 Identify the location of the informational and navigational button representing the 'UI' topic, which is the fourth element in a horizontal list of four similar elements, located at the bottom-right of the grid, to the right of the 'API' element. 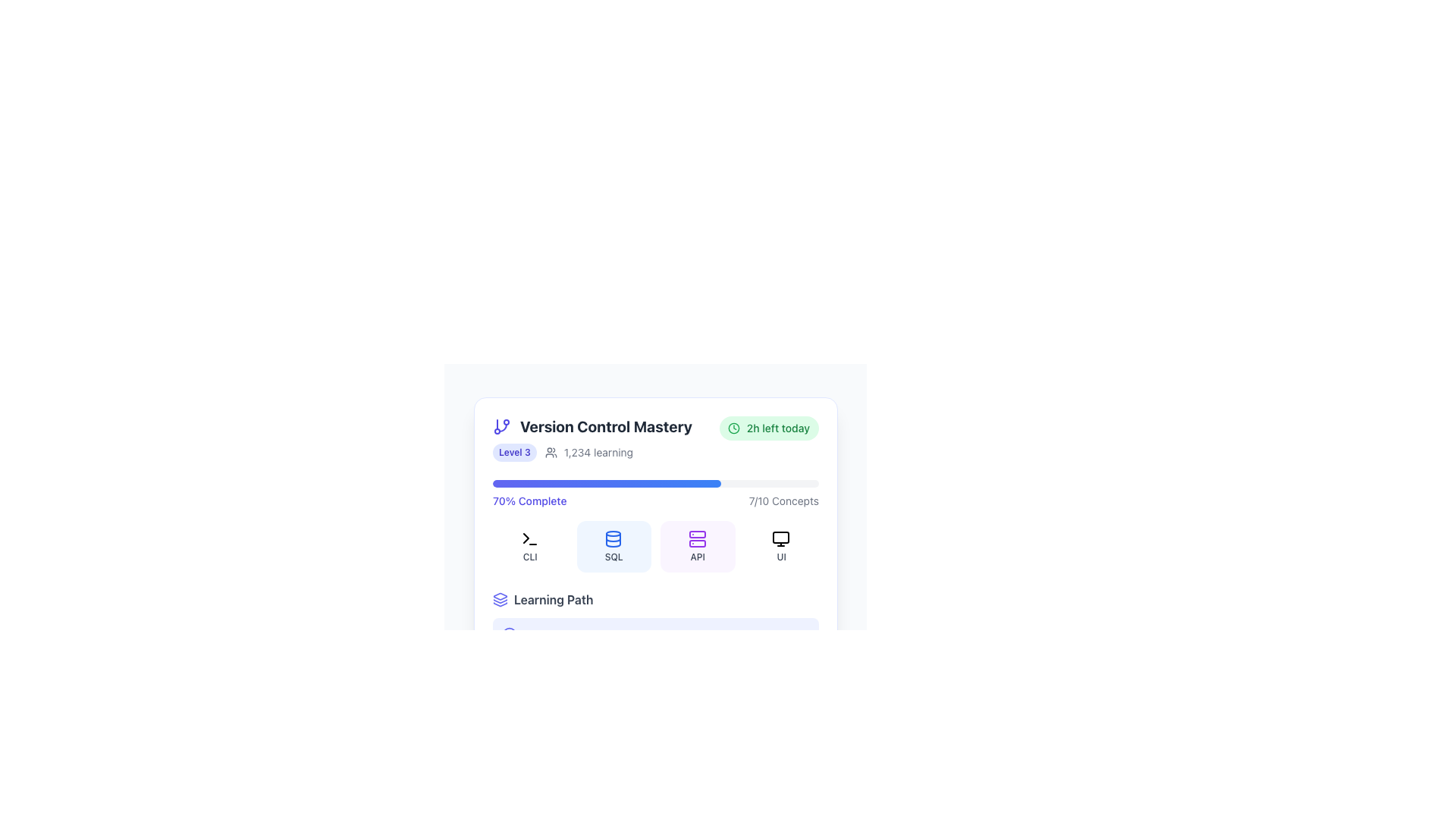
(781, 547).